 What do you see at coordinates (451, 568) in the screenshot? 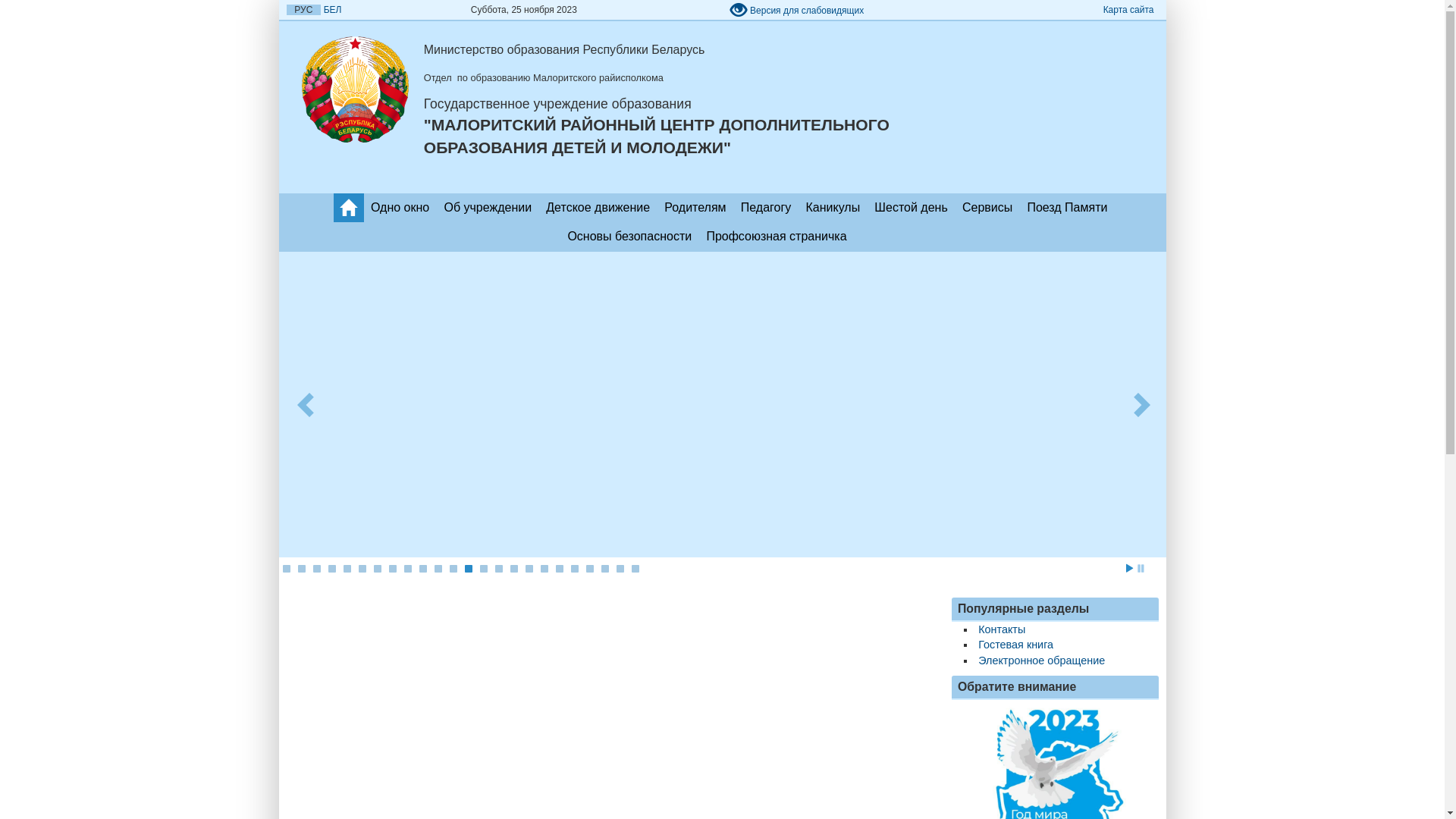
I see `'12'` at bounding box center [451, 568].